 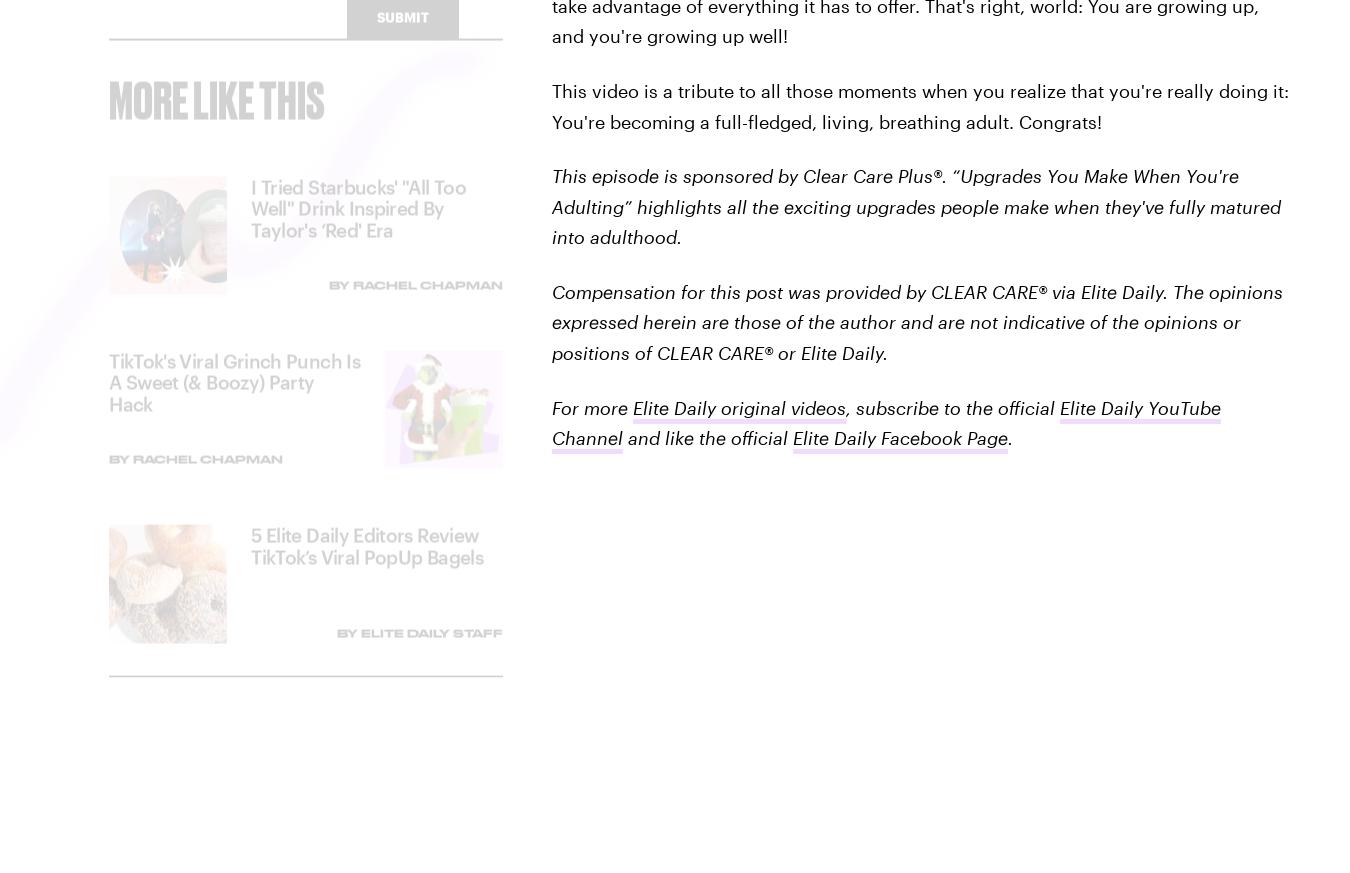 I want to click on 'This video is a tribute to all those moments when you realize that you're really doing it: You're becoming a full-fledged, living, breathing adult. Congrats!', so click(x=919, y=105).